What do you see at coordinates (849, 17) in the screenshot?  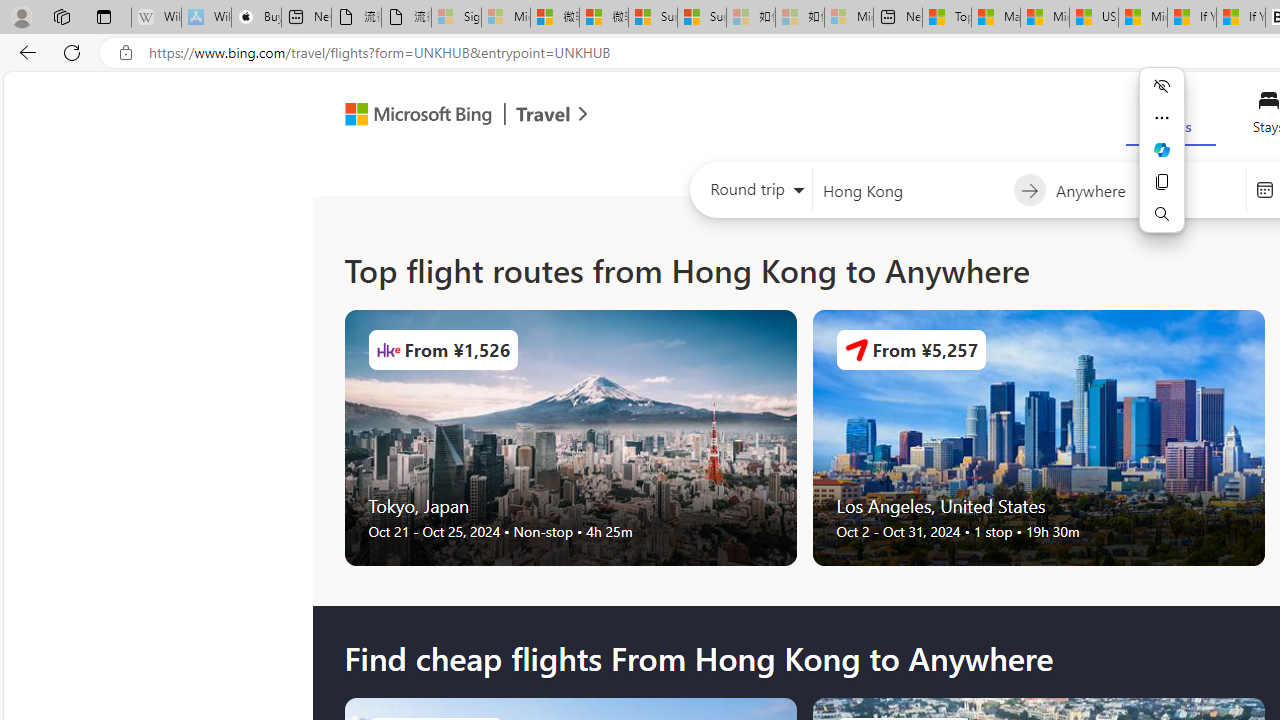 I see `'Microsoft account | Account Checkup - Sleeping'` at bounding box center [849, 17].